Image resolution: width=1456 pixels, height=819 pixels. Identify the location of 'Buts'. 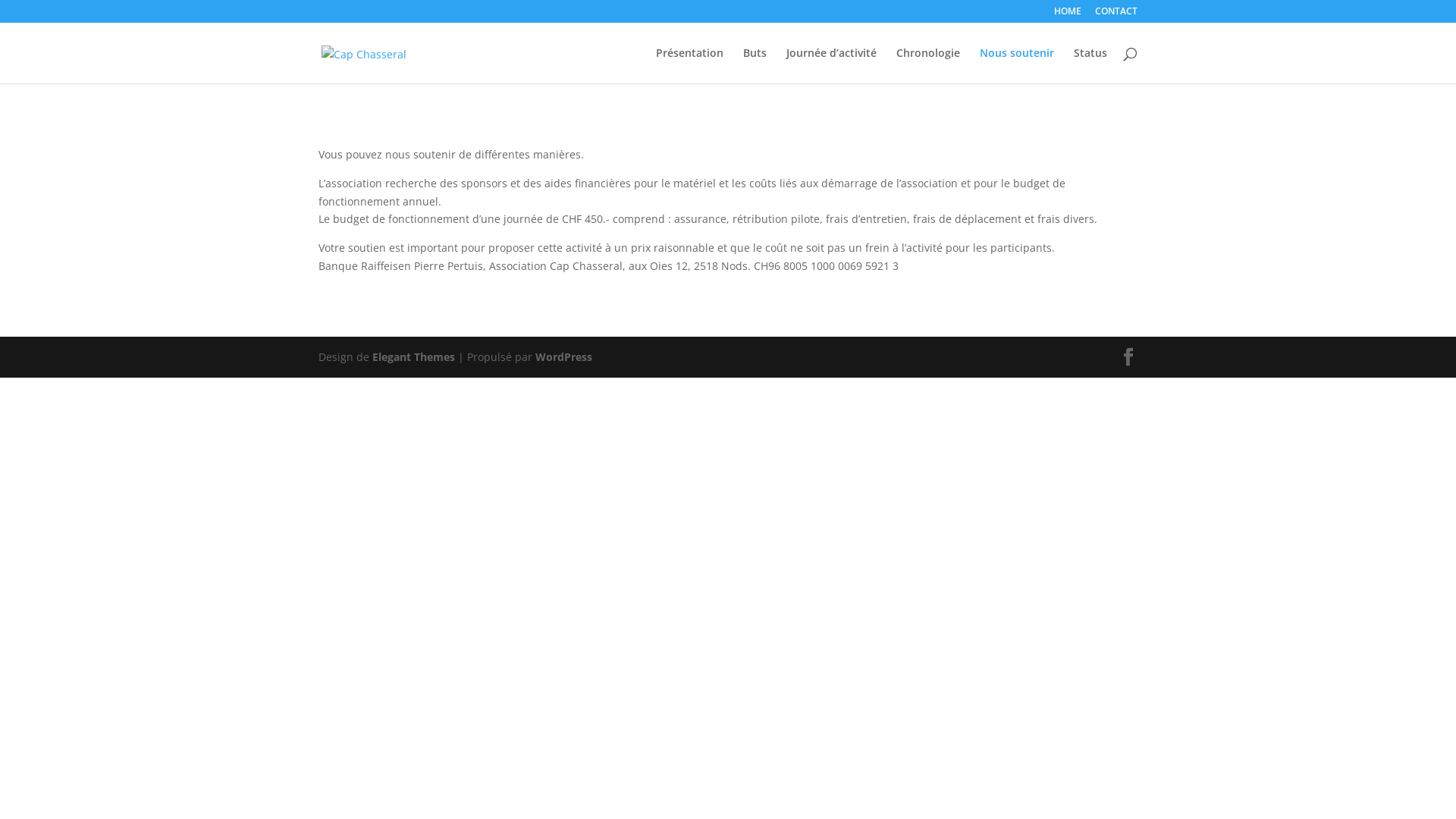
(742, 64).